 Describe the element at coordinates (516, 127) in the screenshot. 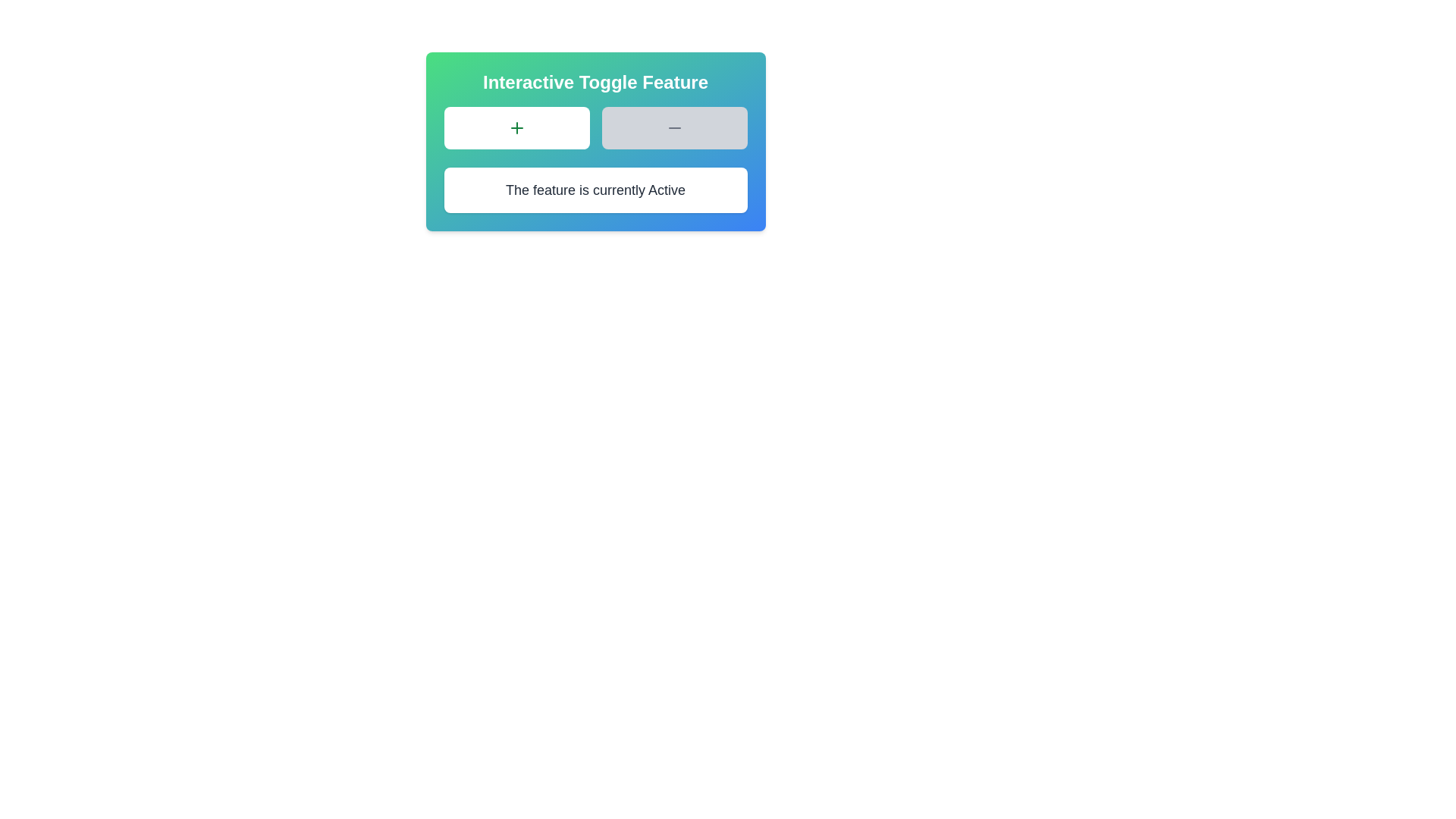

I see `the increment icon embedded in the left rounded button, which is located above the text 'The feature is currently Active.'` at that location.